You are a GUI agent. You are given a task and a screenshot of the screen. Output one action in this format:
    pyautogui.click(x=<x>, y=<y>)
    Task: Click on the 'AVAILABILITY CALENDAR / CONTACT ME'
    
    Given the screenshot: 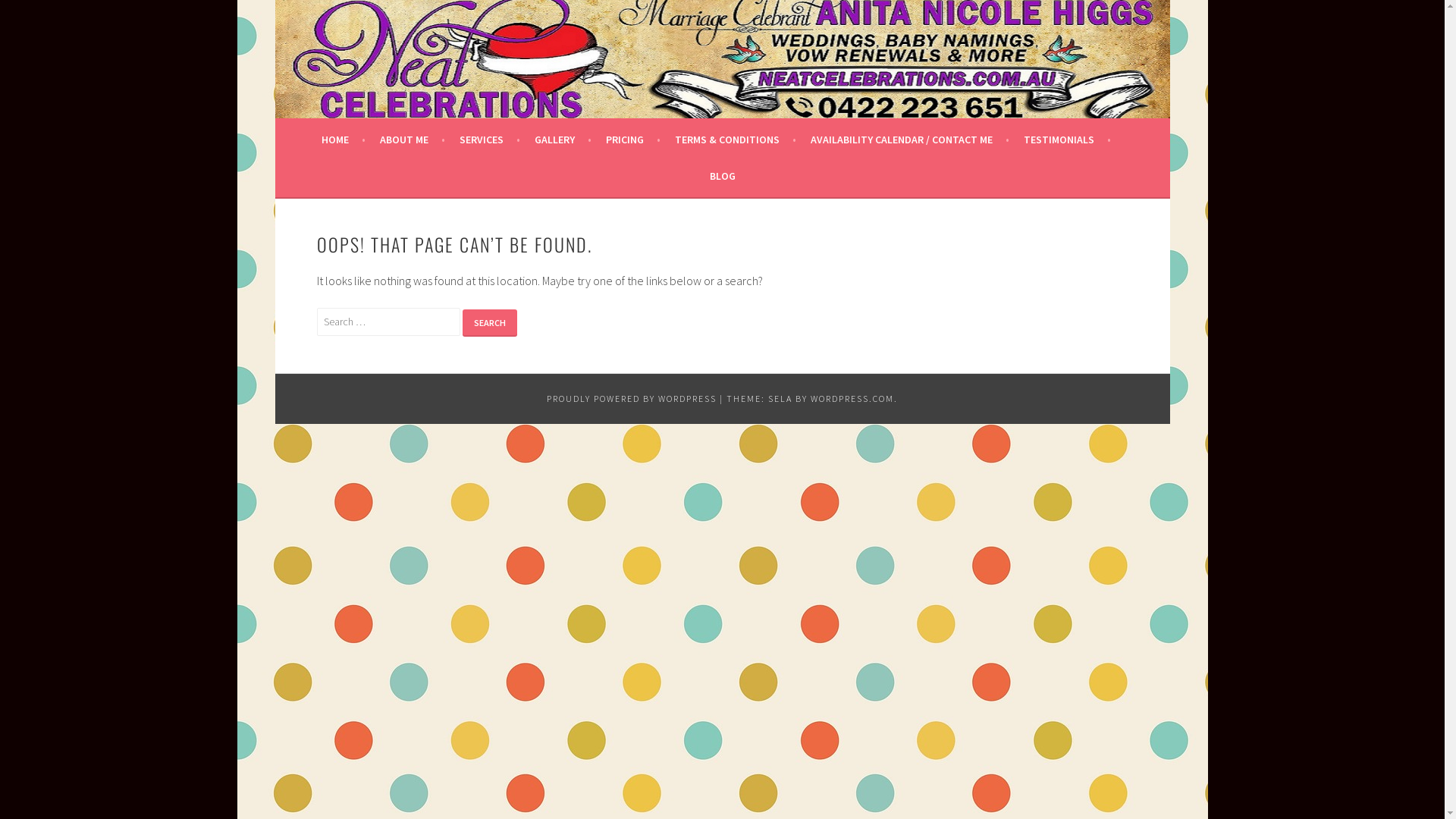 What is the action you would take?
    pyautogui.click(x=910, y=140)
    